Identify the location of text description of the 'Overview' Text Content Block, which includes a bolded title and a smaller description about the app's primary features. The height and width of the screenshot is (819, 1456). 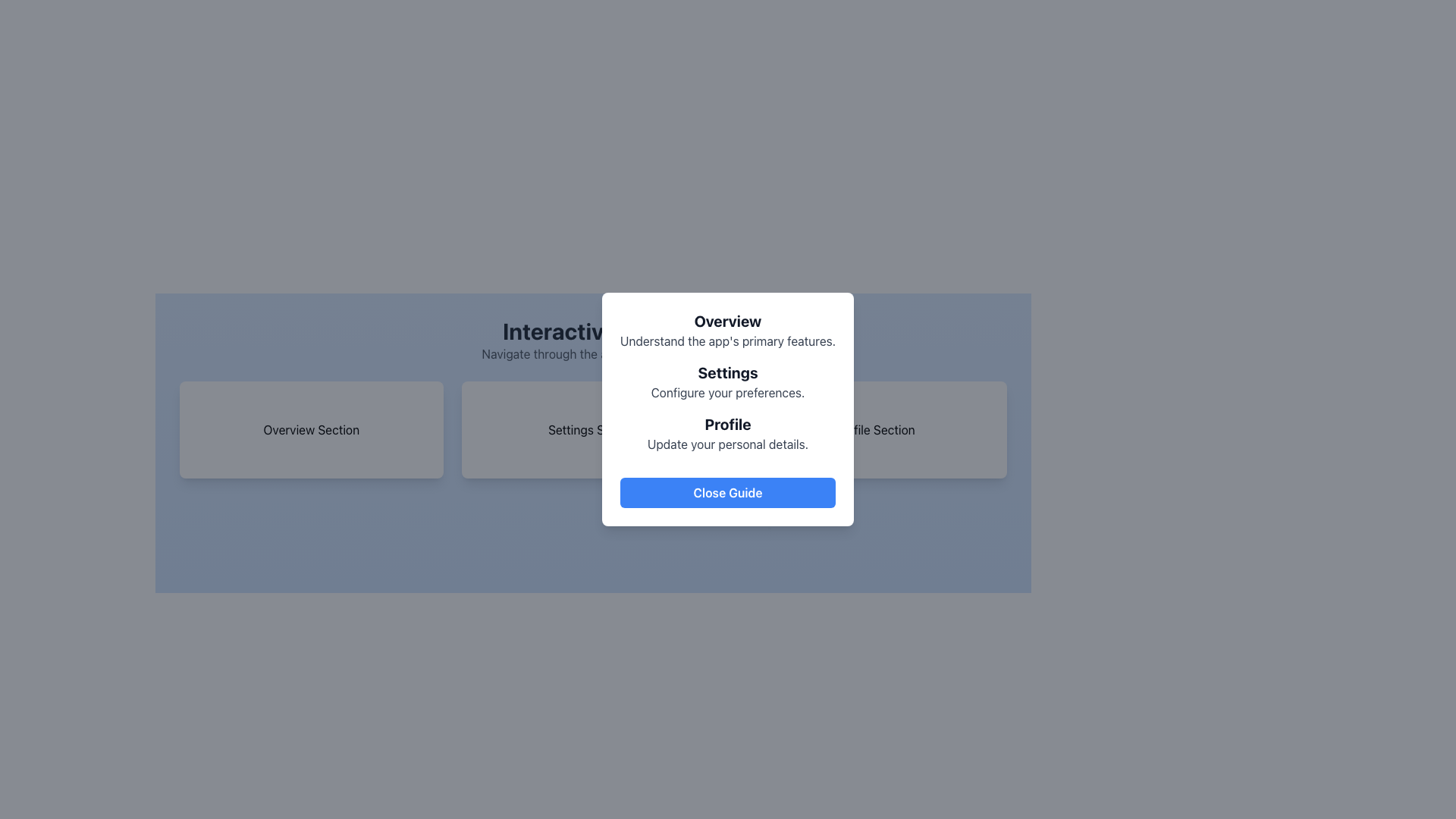
(728, 329).